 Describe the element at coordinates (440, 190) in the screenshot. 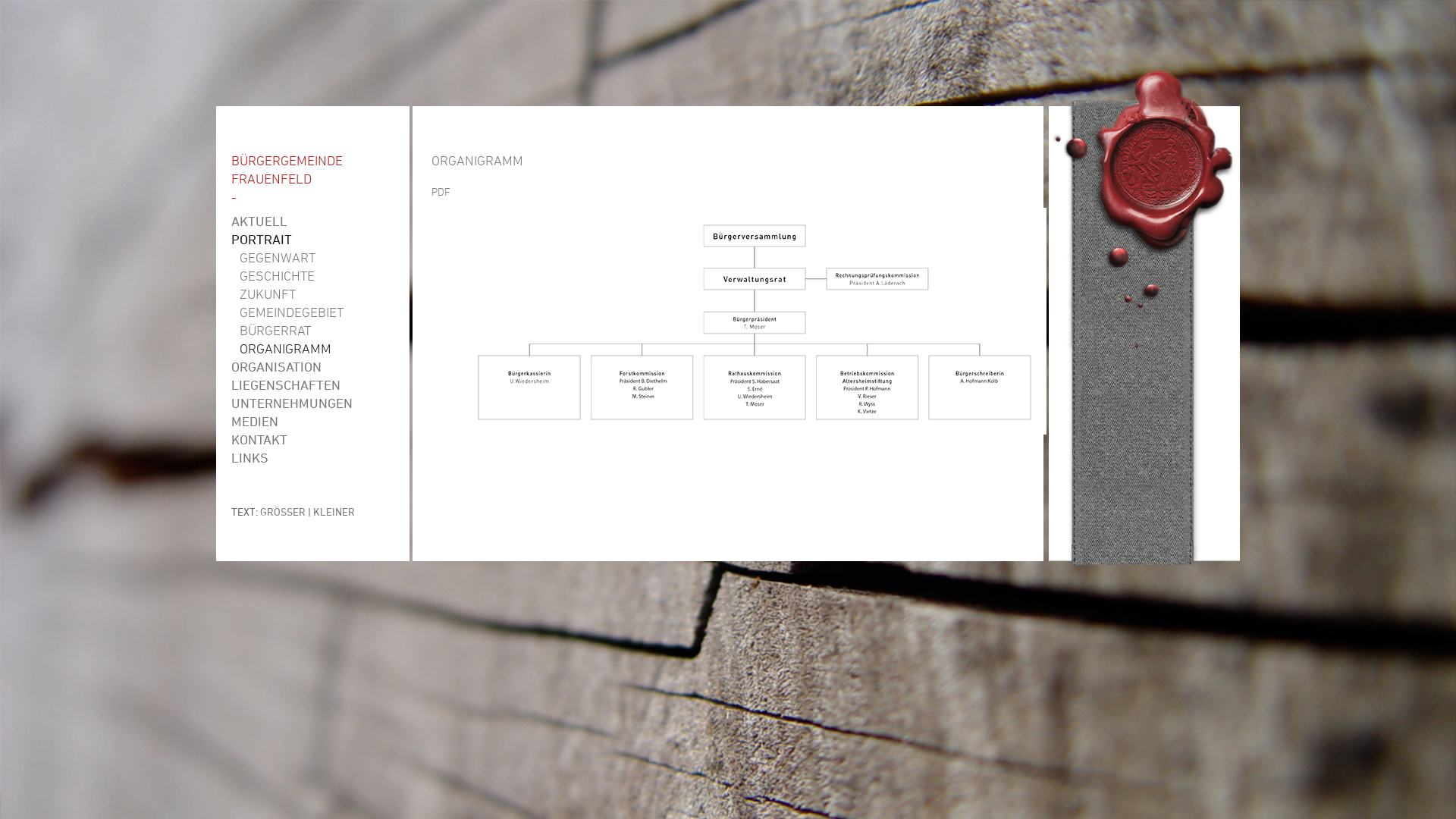

I see `'PDF'` at that location.